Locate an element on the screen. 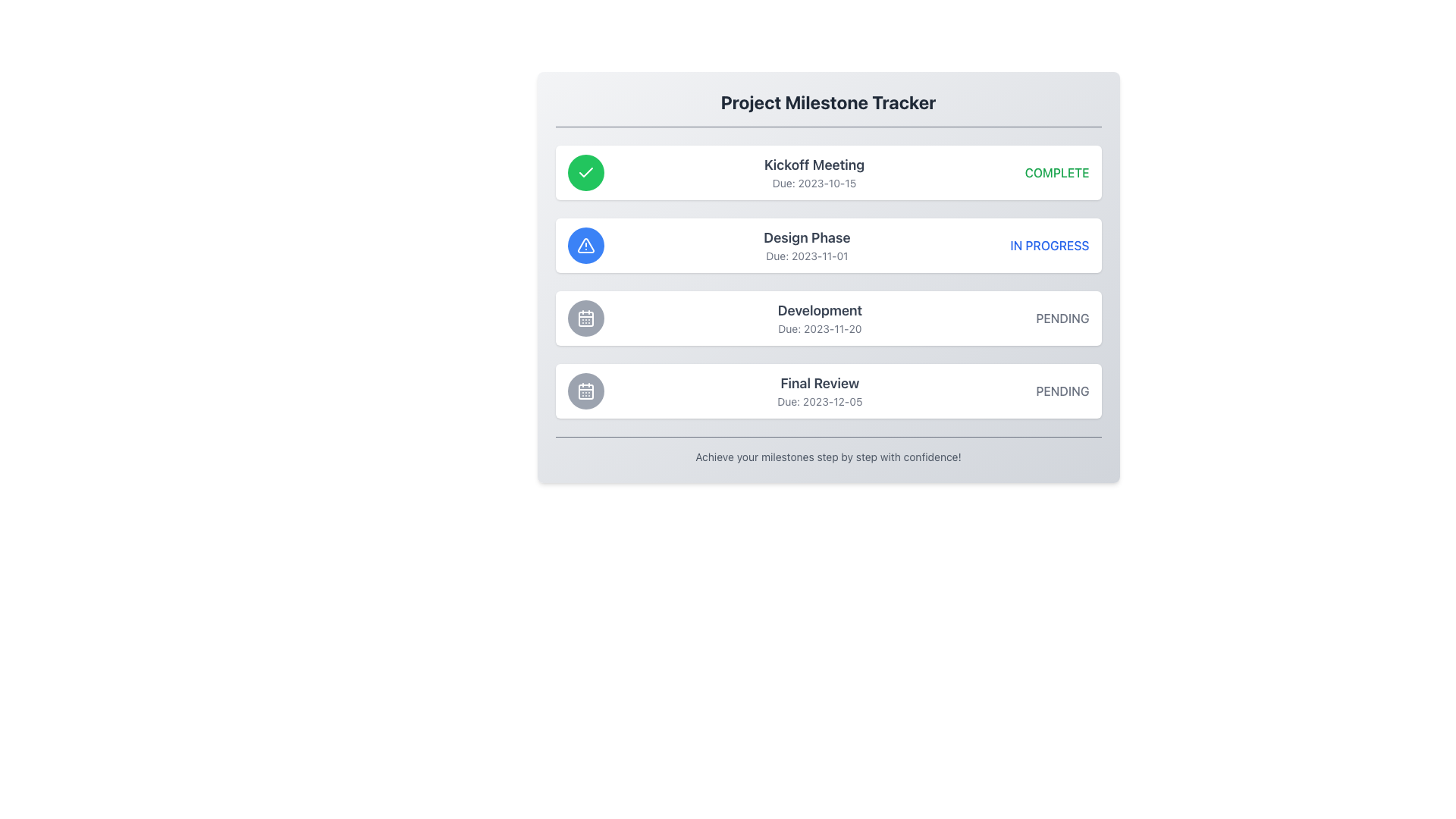  the text label displaying 'PENDING', which is located to the right of the 'Development' milestone and its due date, within the same row is located at coordinates (1062, 318).